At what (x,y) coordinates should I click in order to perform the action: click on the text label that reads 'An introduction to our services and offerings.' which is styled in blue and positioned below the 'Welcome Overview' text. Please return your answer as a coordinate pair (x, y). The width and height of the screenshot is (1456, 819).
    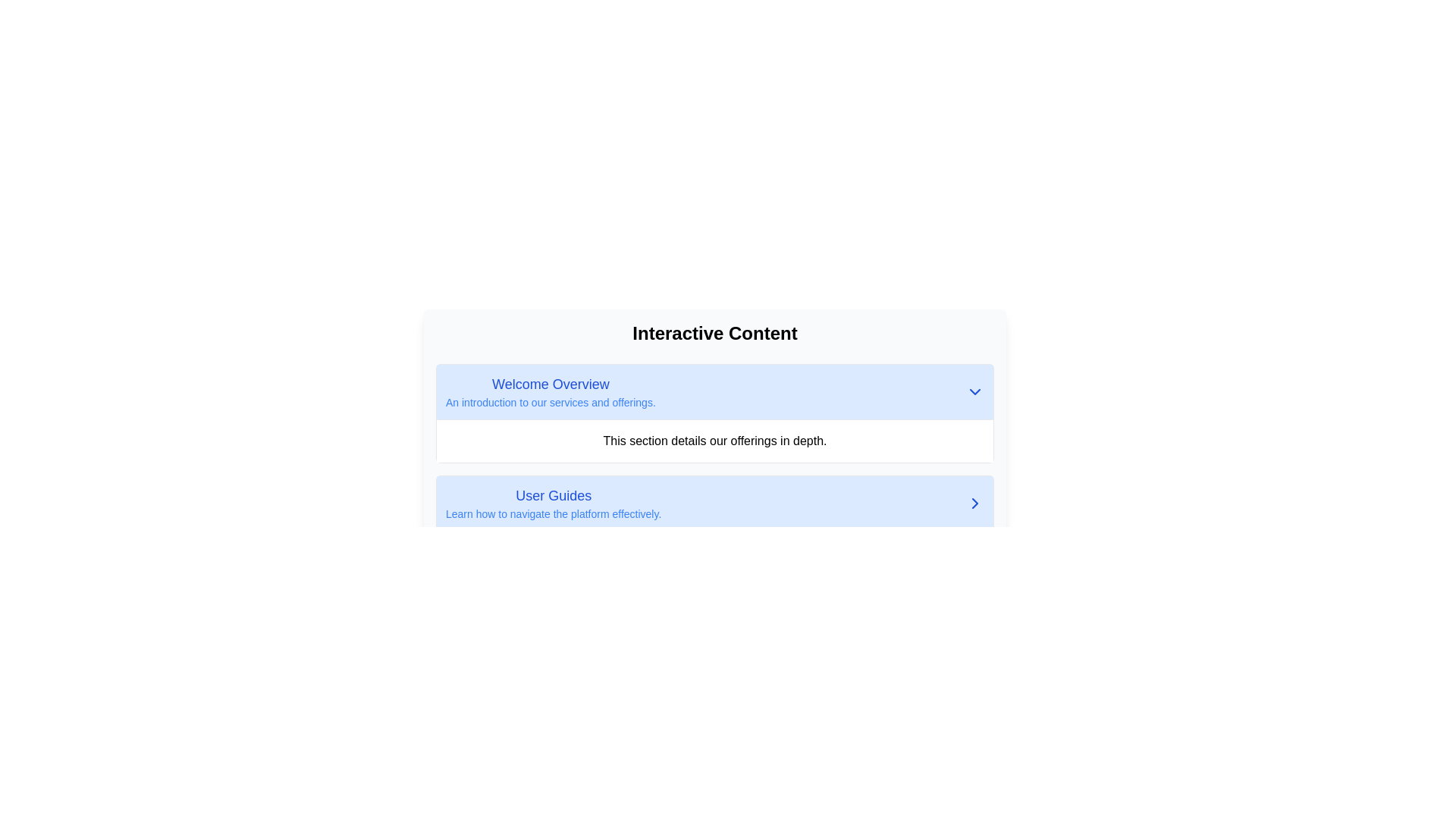
    Looking at the image, I should click on (550, 402).